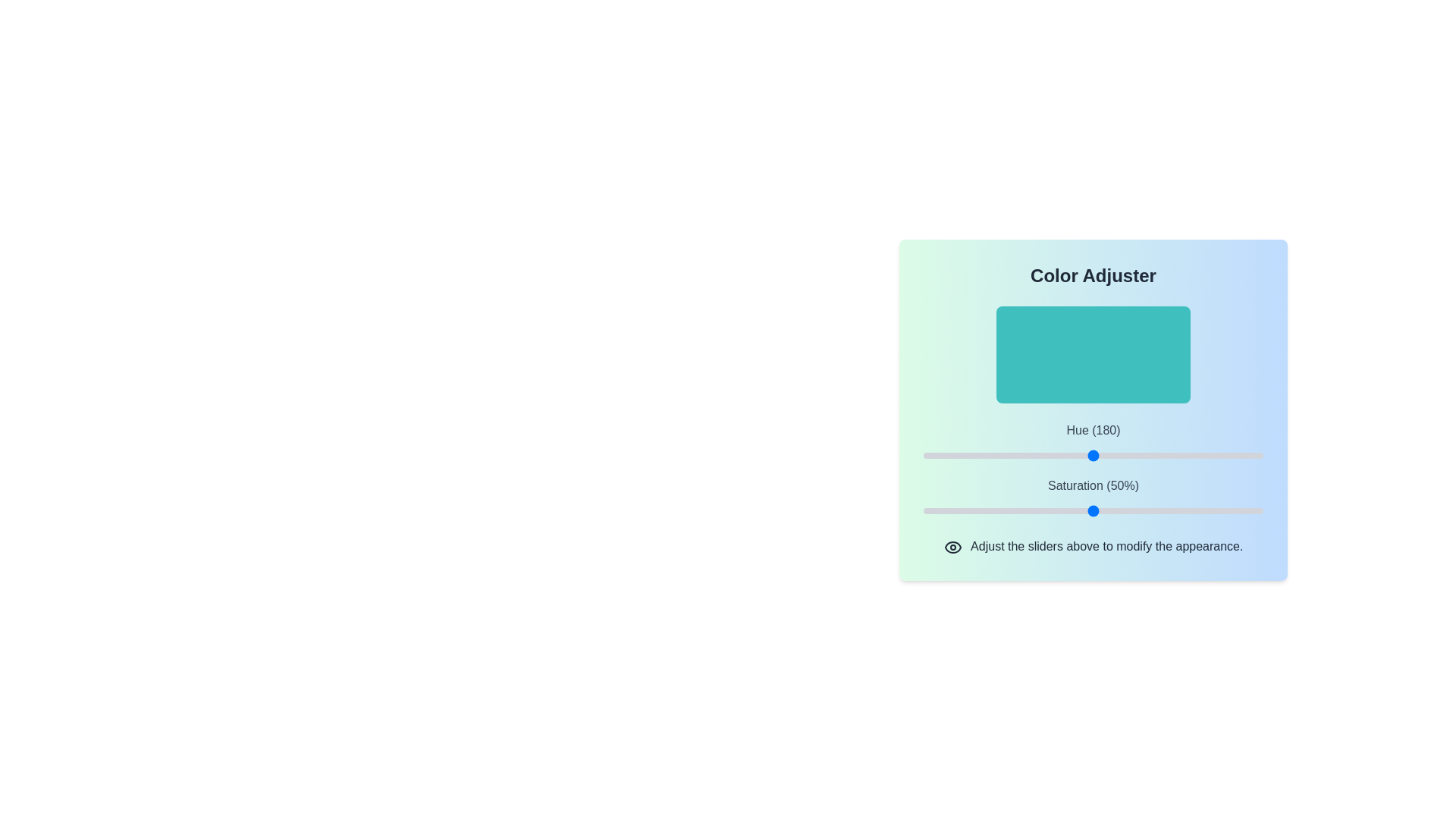 This screenshot has height=819, width=1456. Describe the element at coordinates (1093, 547) in the screenshot. I see `the text 'Adjust the sliders above to modify the appearance.'` at that location.